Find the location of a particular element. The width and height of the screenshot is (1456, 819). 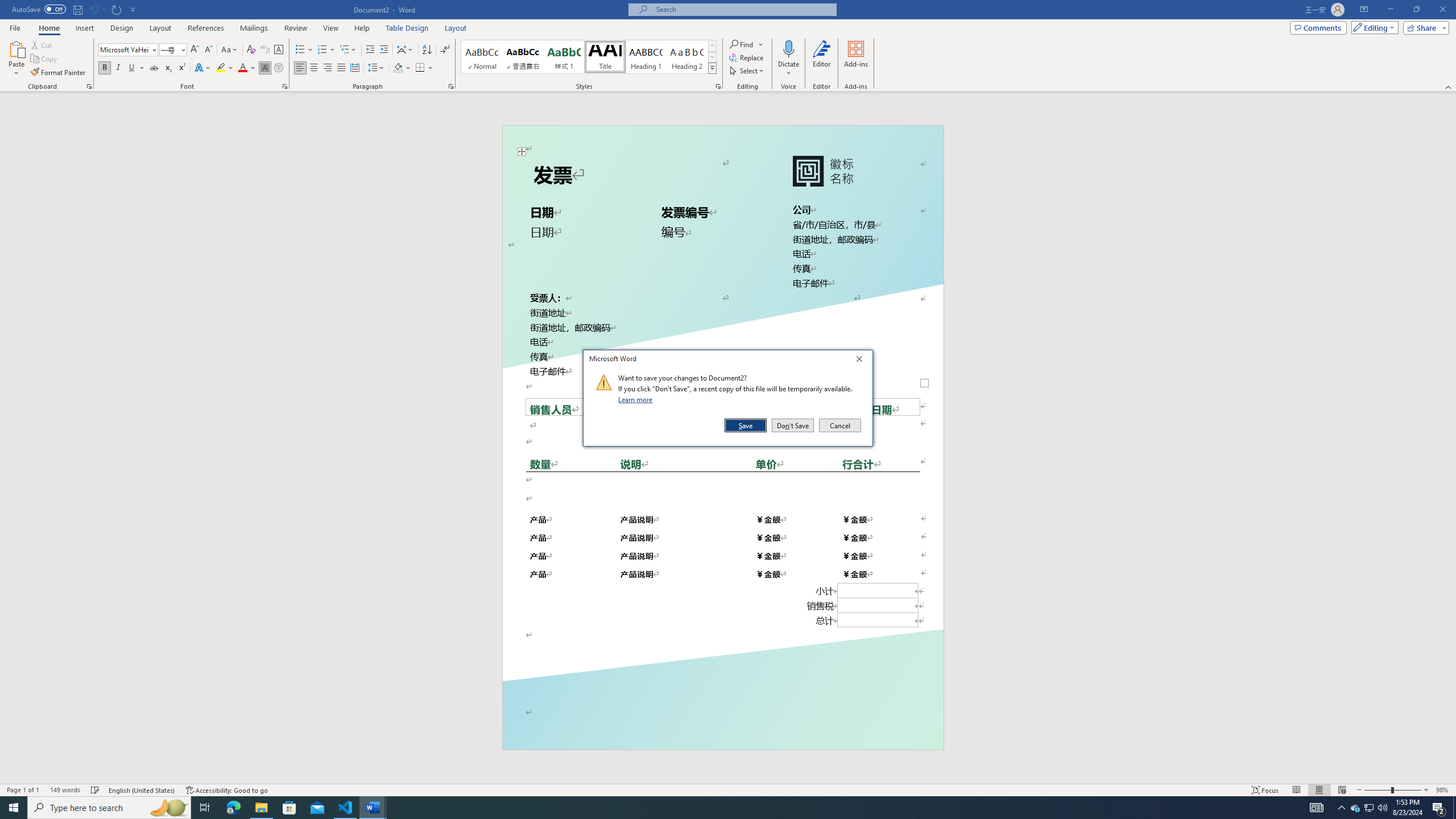

'Clear Formatting' is located at coordinates (250, 49).